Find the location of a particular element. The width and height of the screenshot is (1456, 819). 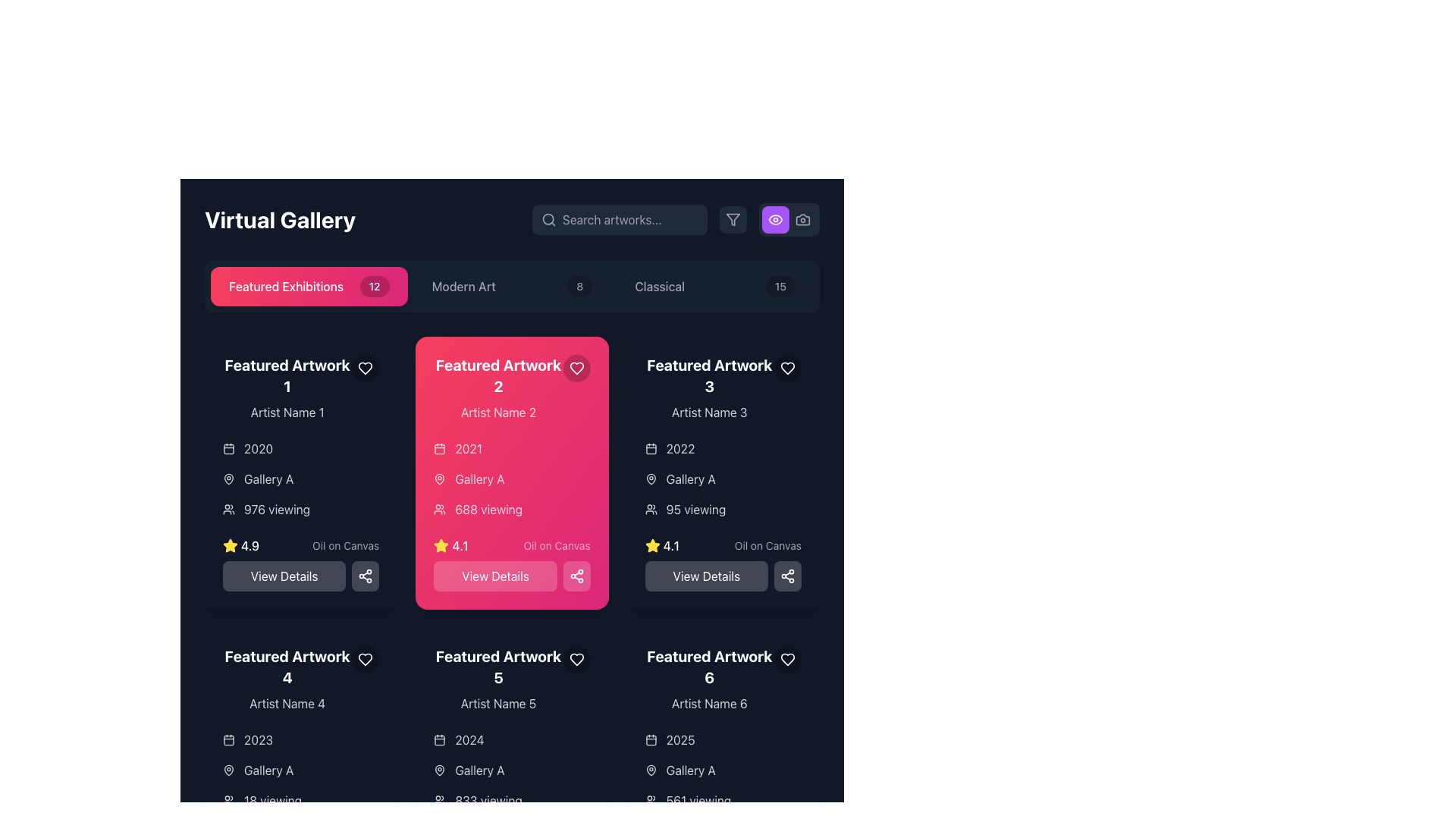

the view count label located within the second featured artwork card, positioned below the 'Gallery A' label and above the rating score and 'View Details' button is located at coordinates (512, 509).